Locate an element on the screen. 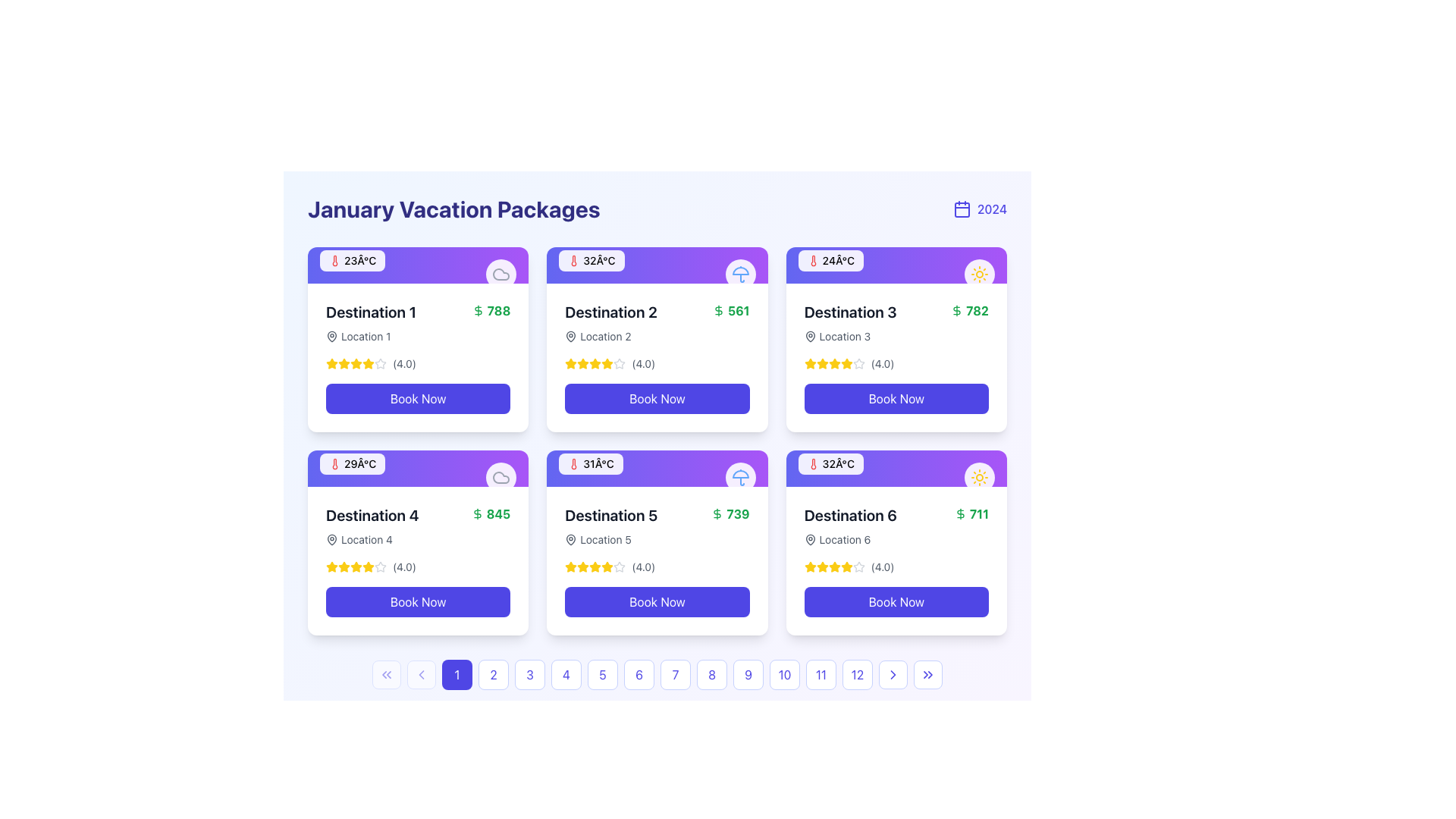 This screenshot has height=819, width=1456. the blue button with rounded corners displaying the number '1' is located at coordinates (457, 674).